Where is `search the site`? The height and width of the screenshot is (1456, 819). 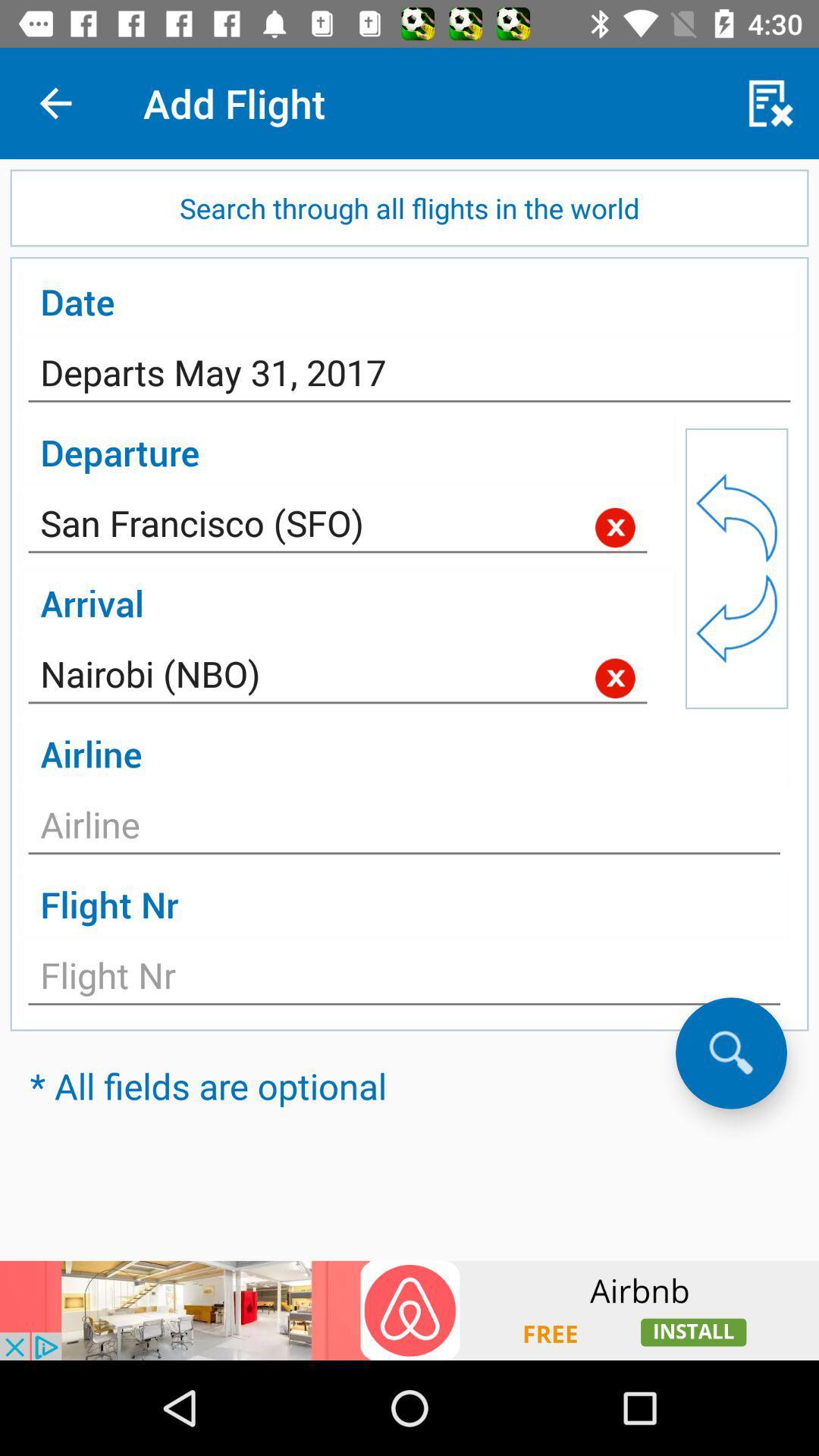 search the site is located at coordinates (730, 1052).